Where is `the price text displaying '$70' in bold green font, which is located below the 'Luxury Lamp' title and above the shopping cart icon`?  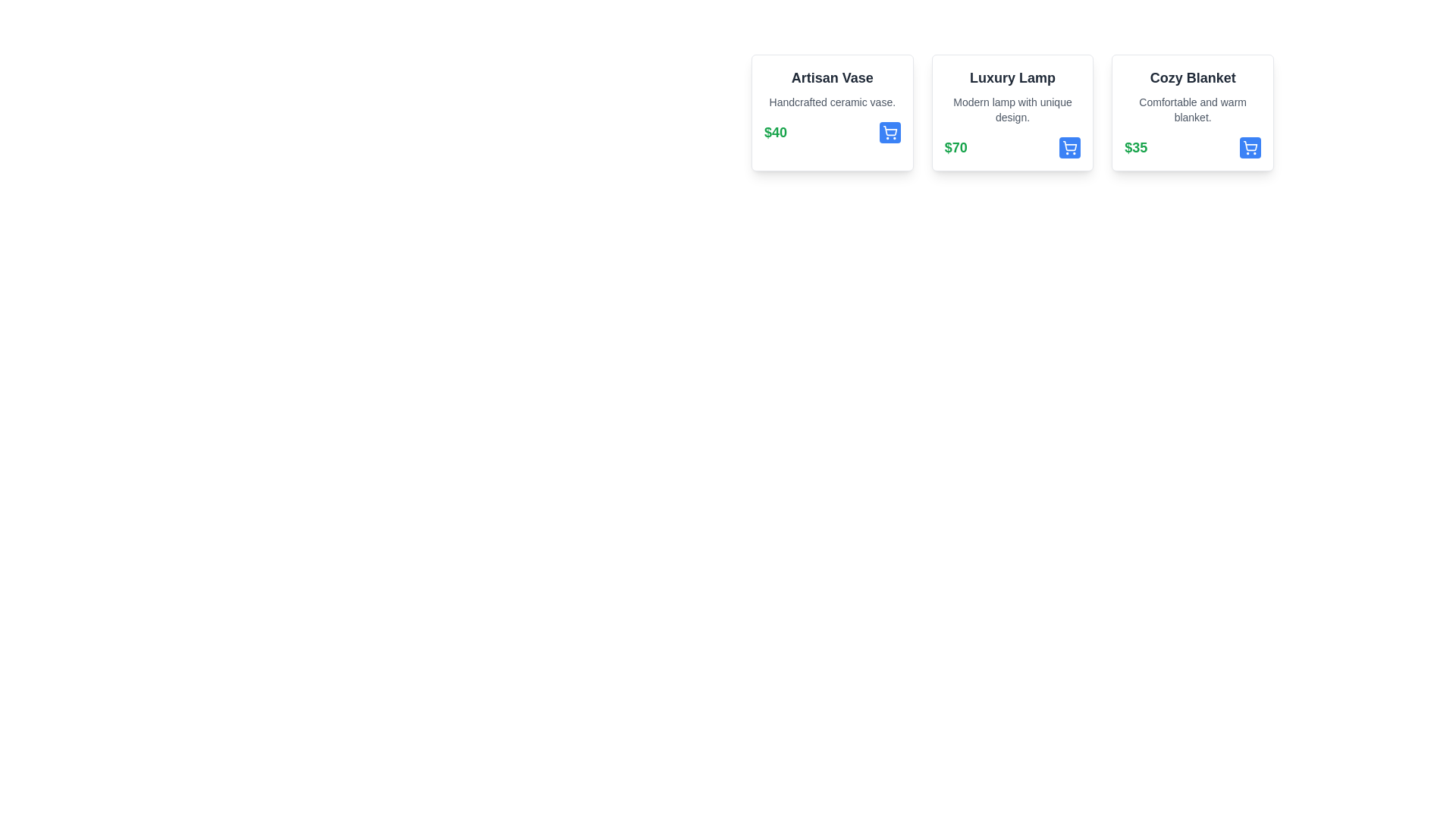 the price text displaying '$70' in bold green font, which is located below the 'Luxury Lamp' title and above the shopping cart icon is located at coordinates (955, 148).